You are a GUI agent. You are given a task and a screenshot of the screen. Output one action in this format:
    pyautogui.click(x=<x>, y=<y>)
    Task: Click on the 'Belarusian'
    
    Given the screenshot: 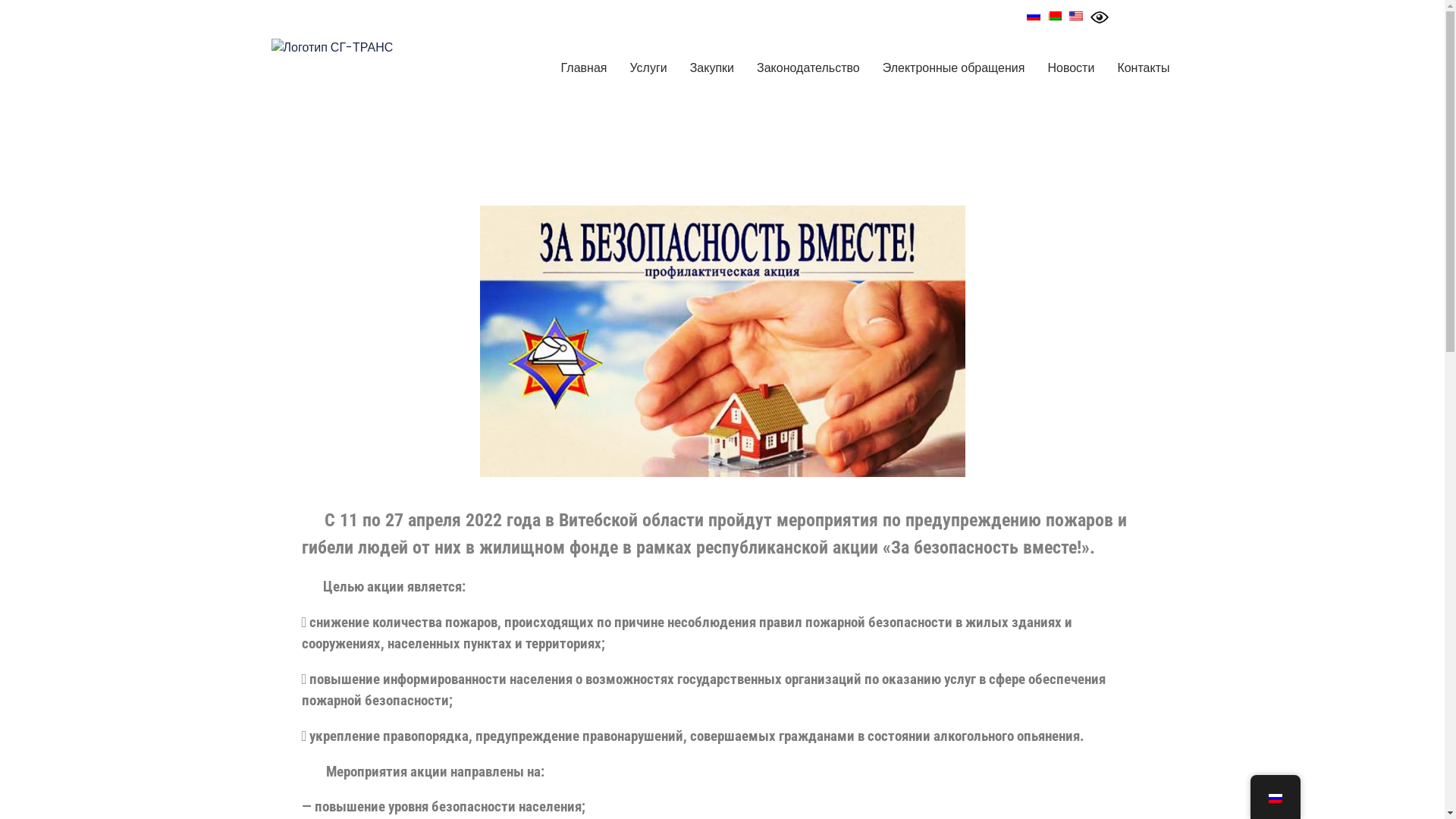 What is the action you would take?
    pyautogui.click(x=1047, y=15)
    